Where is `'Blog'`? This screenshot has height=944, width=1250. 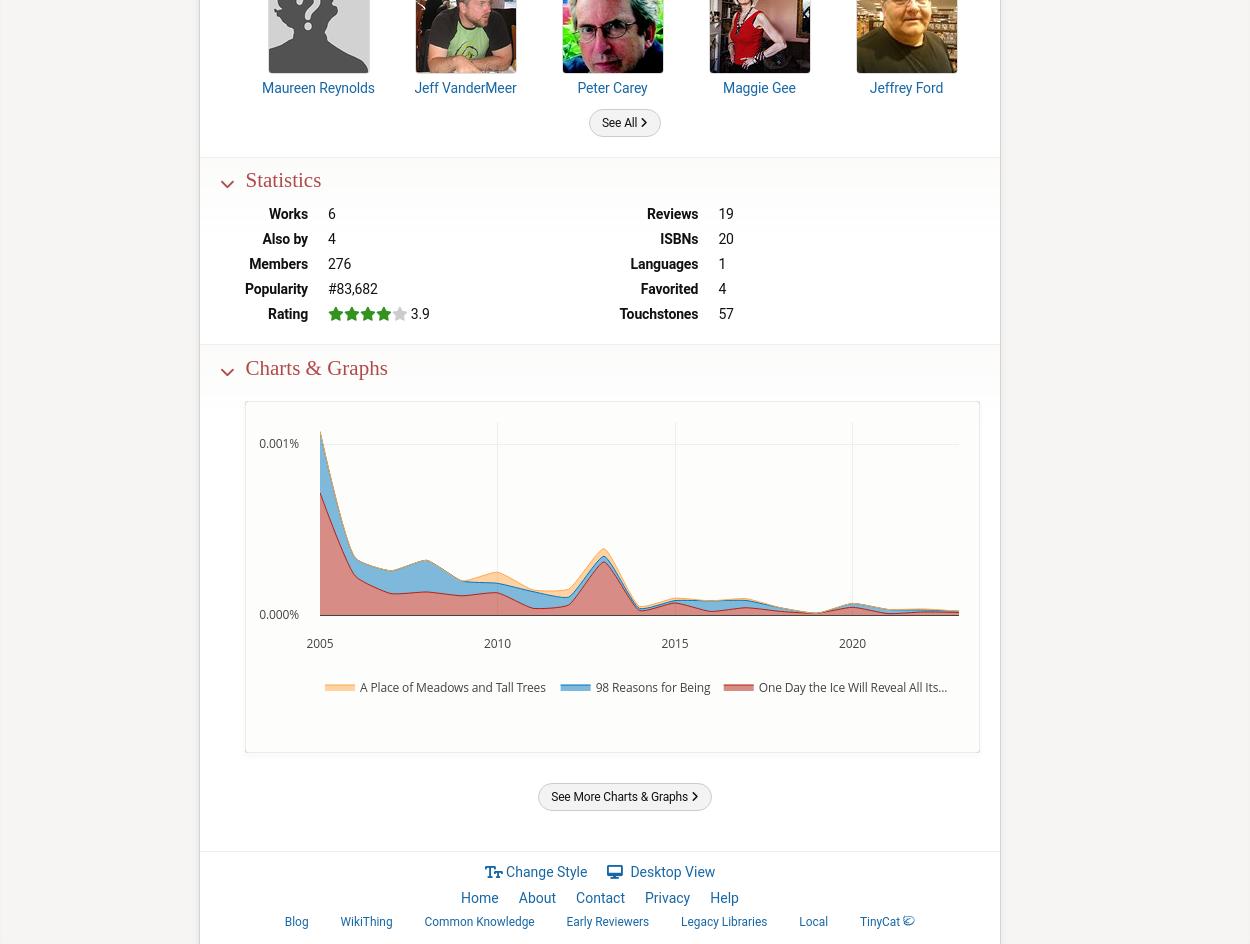 'Blog' is located at coordinates (296, 919).